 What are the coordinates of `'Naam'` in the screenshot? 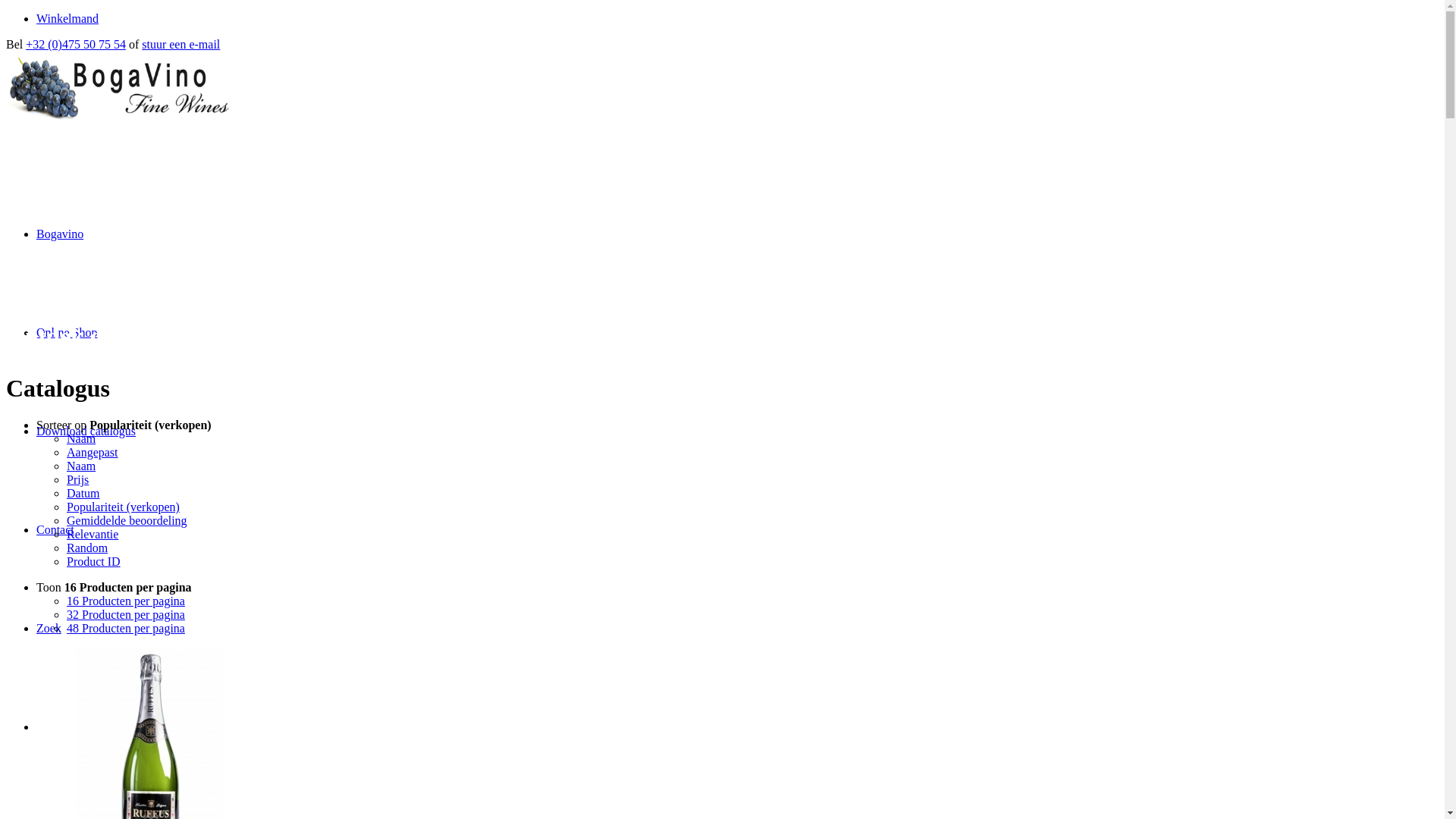 It's located at (65, 465).